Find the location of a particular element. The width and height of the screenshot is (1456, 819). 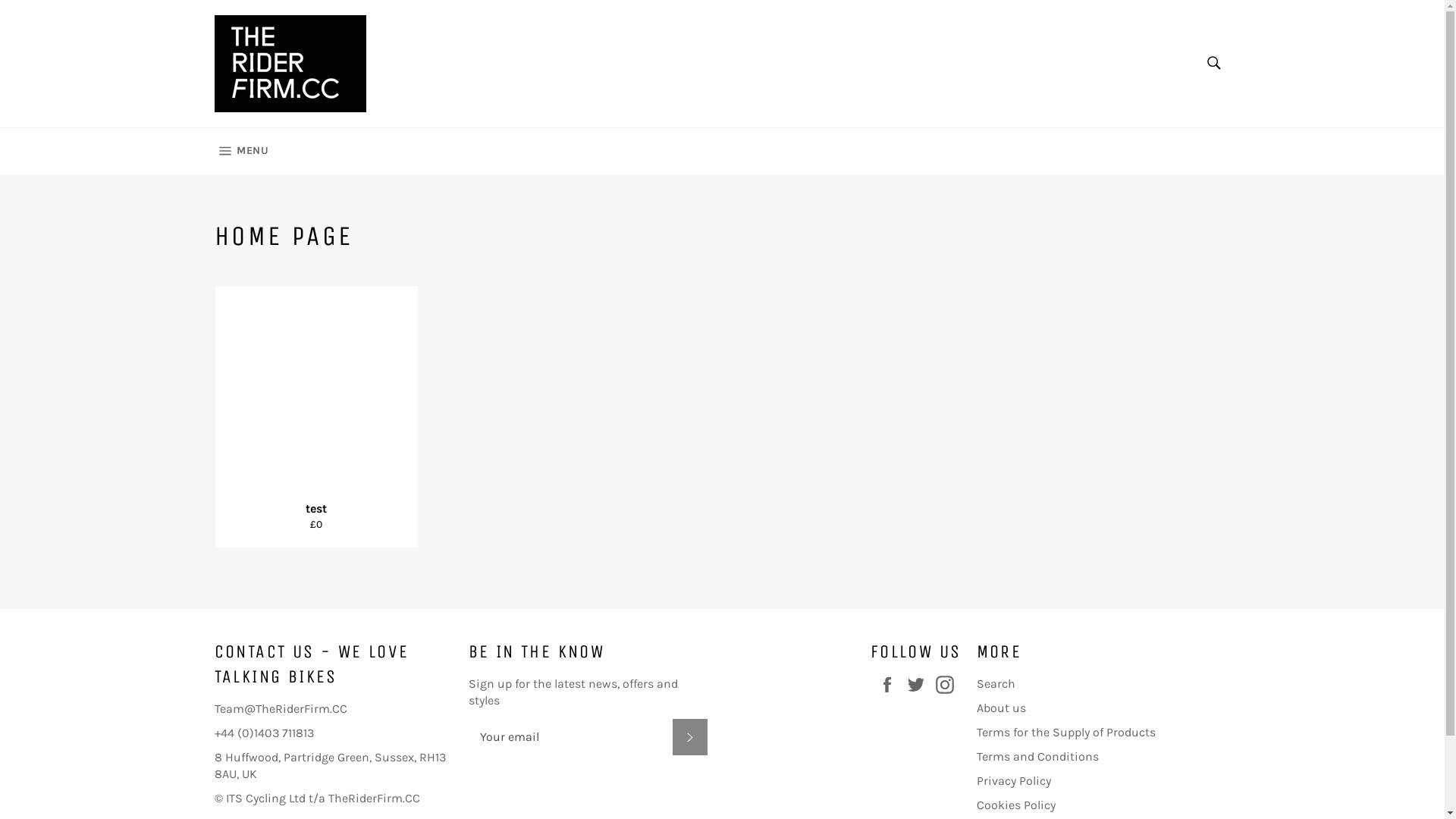

'Search' is located at coordinates (996, 683).